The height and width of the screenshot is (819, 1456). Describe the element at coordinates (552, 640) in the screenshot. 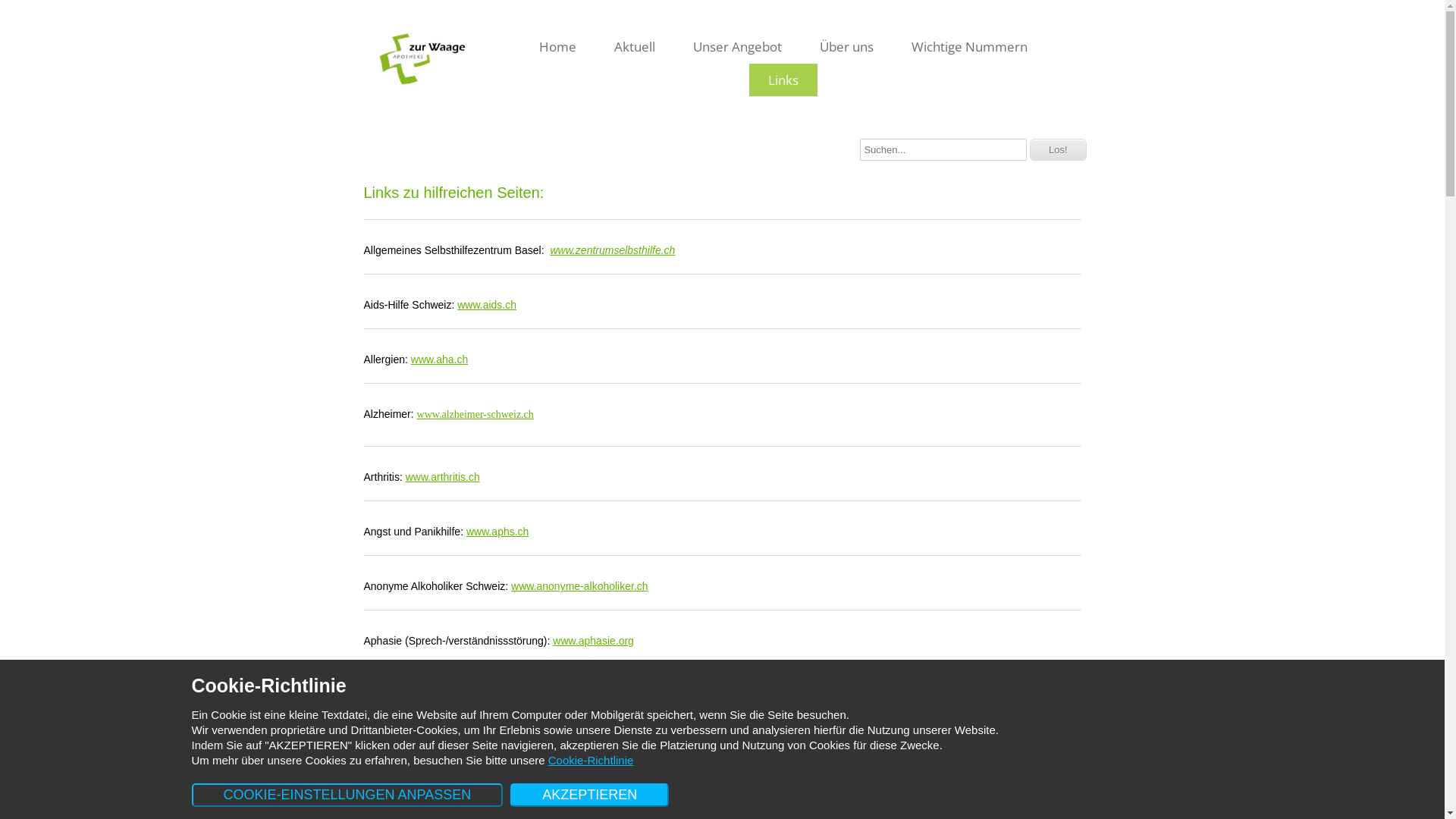

I see `'www.aphasie.org'` at that location.